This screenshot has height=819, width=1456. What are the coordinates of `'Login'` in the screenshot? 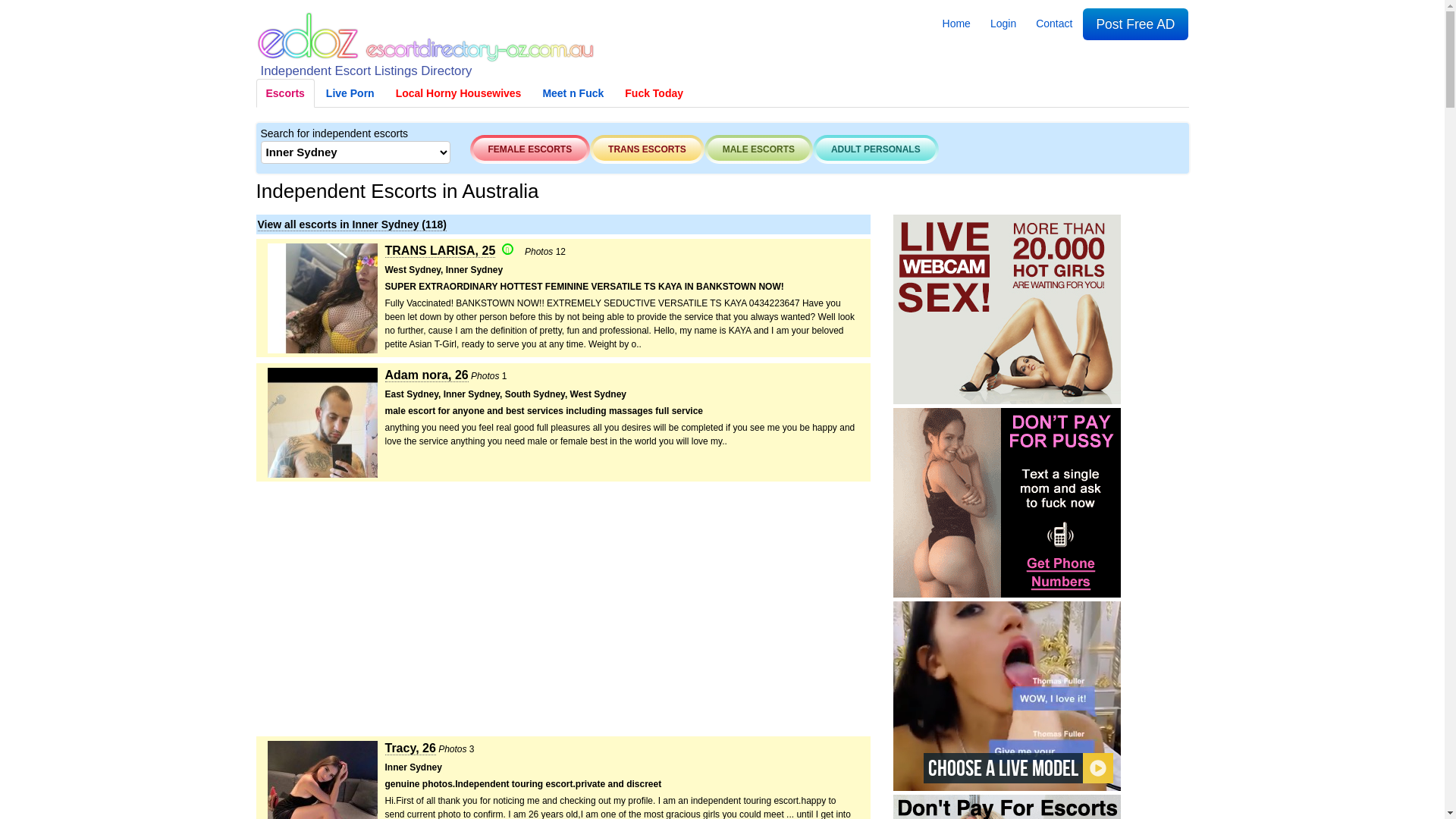 It's located at (1003, 23).